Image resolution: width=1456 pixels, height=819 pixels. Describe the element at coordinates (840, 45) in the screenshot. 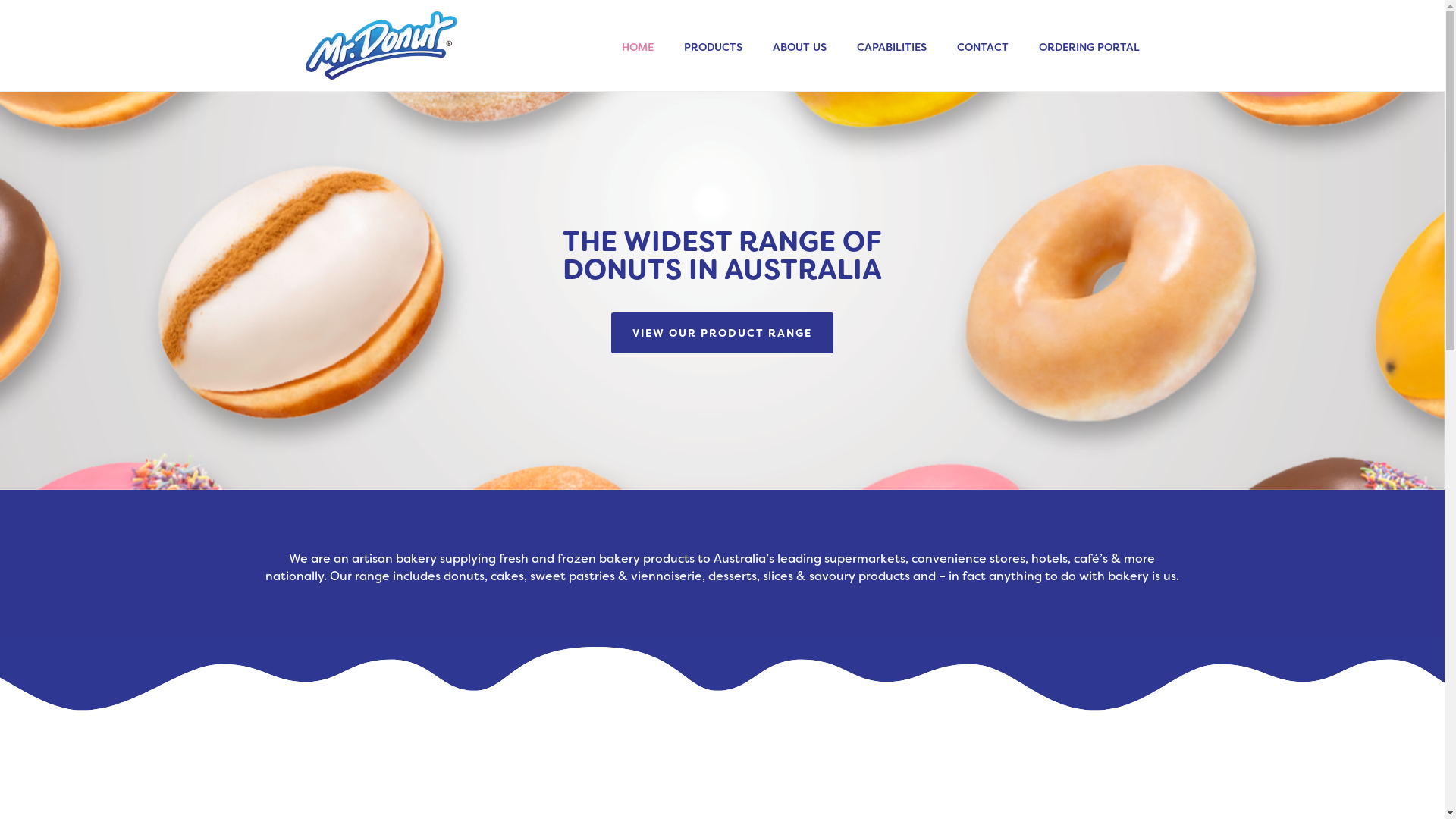

I see `'CAPABILITIES'` at that location.